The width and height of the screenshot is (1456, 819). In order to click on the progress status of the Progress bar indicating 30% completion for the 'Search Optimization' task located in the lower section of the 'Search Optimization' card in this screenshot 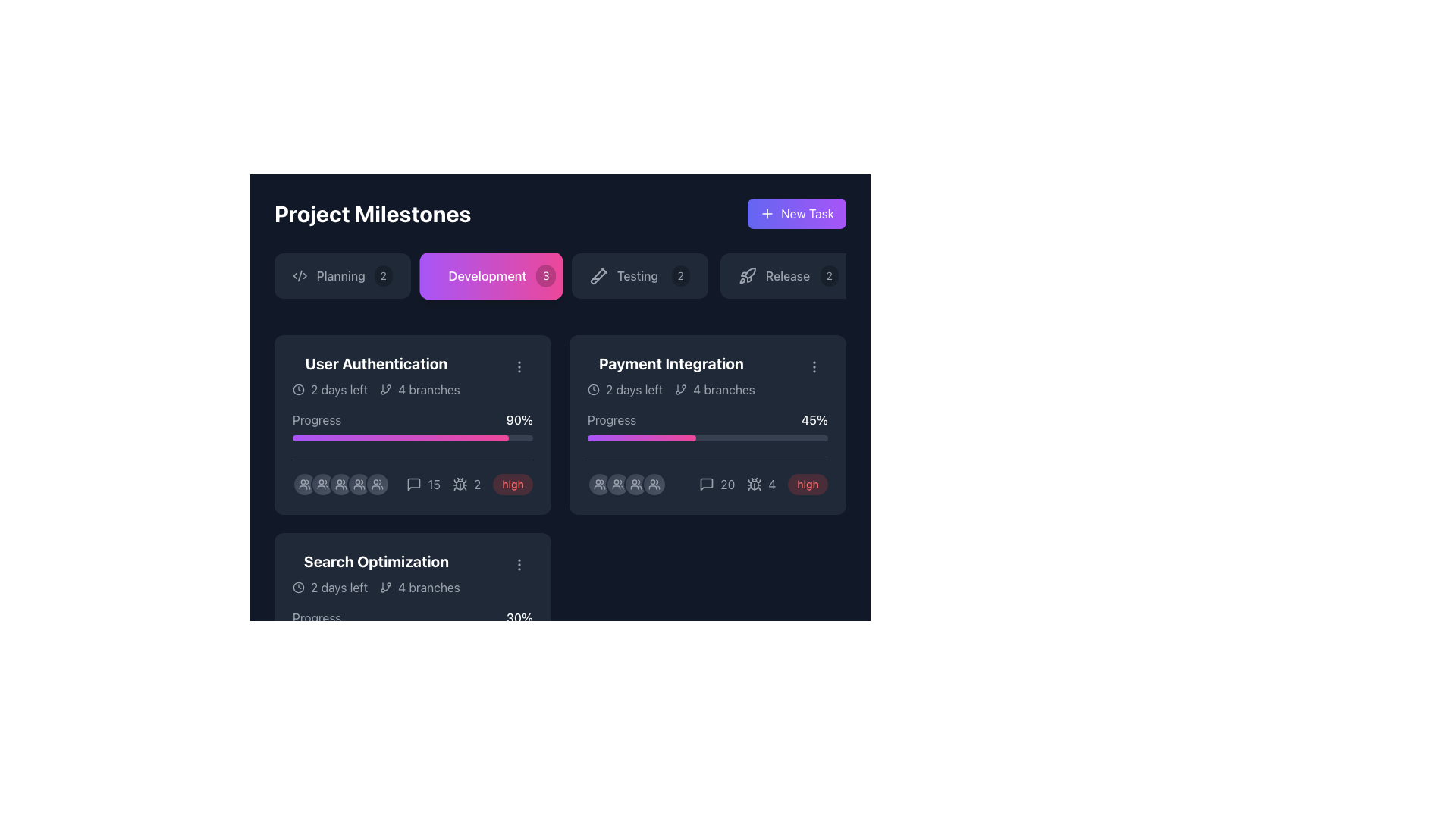, I will do `click(413, 623)`.